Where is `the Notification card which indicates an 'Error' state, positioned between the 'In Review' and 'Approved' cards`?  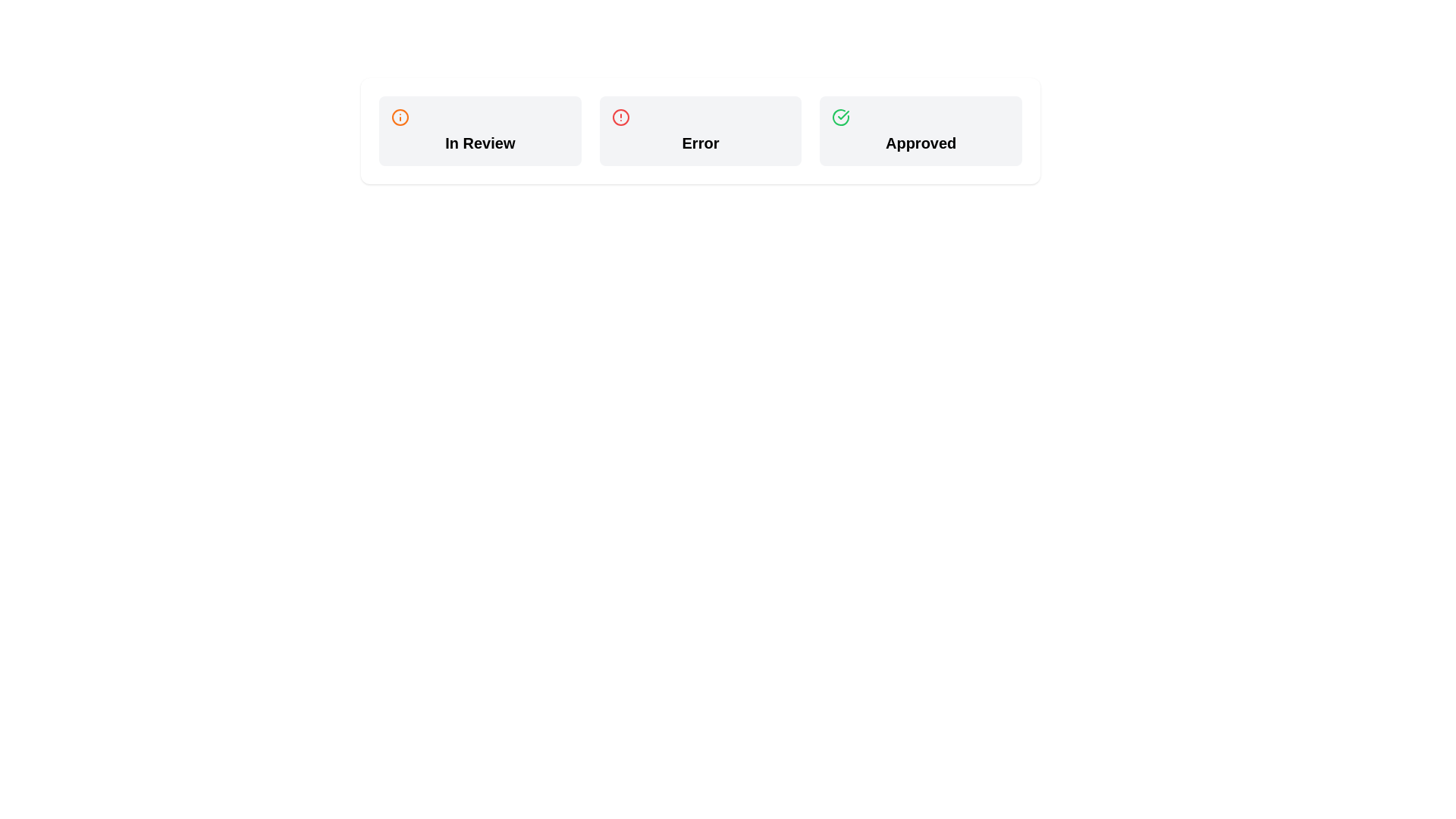
the Notification card which indicates an 'Error' state, positioned between the 'In Review' and 'Approved' cards is located at coordinates (699, 130).